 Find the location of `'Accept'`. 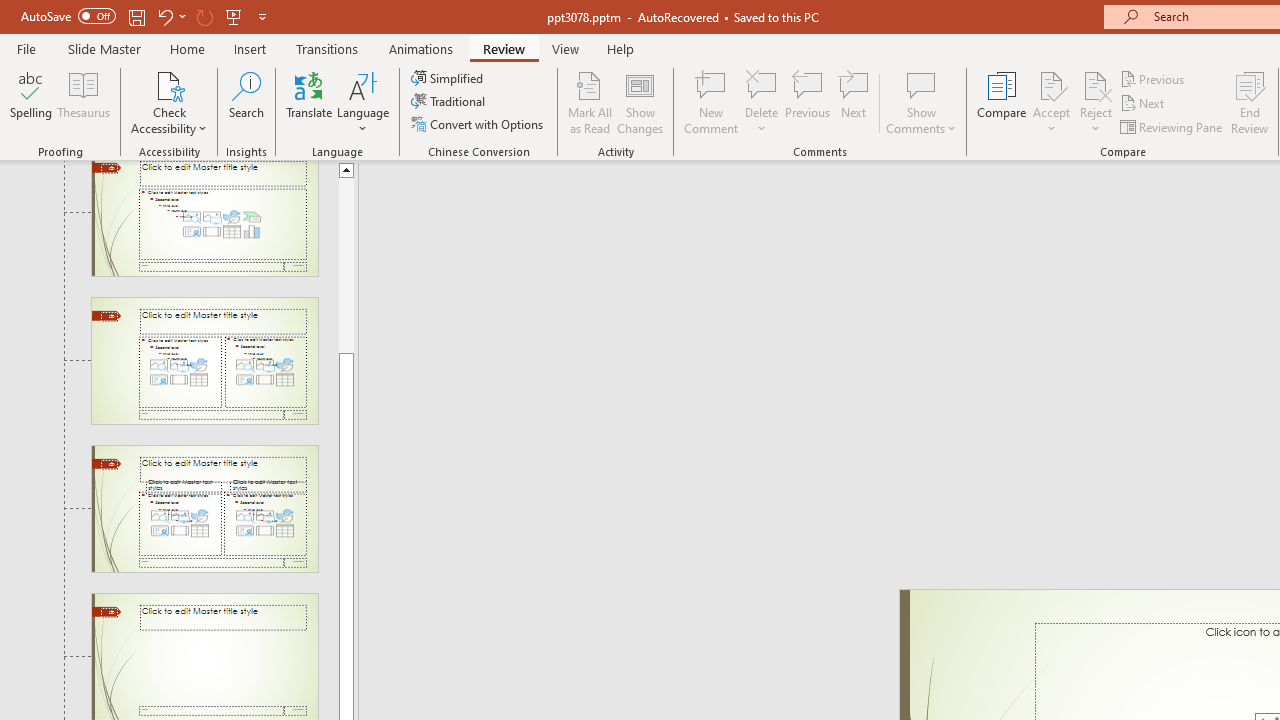

'Accept' is located at coordinates (1050, 103).